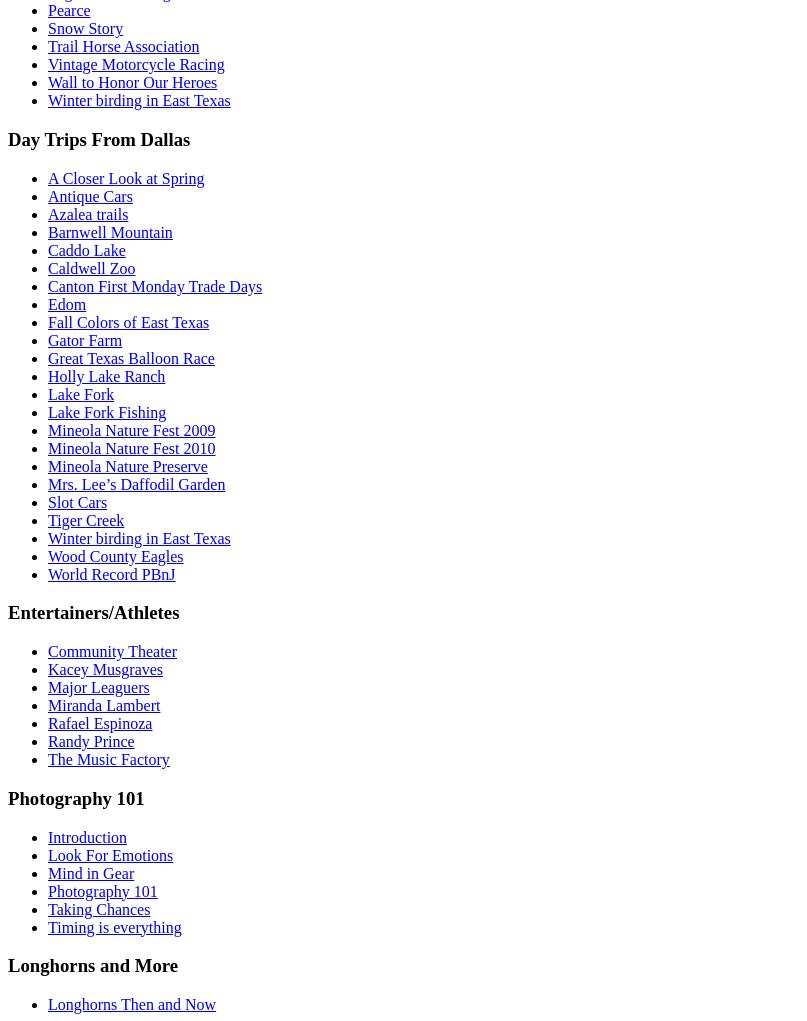  Describe the element at coordinates (135, 482) in the screenshot. I see `'Mrs. Lee’s Daffodil Garden'` at that location.